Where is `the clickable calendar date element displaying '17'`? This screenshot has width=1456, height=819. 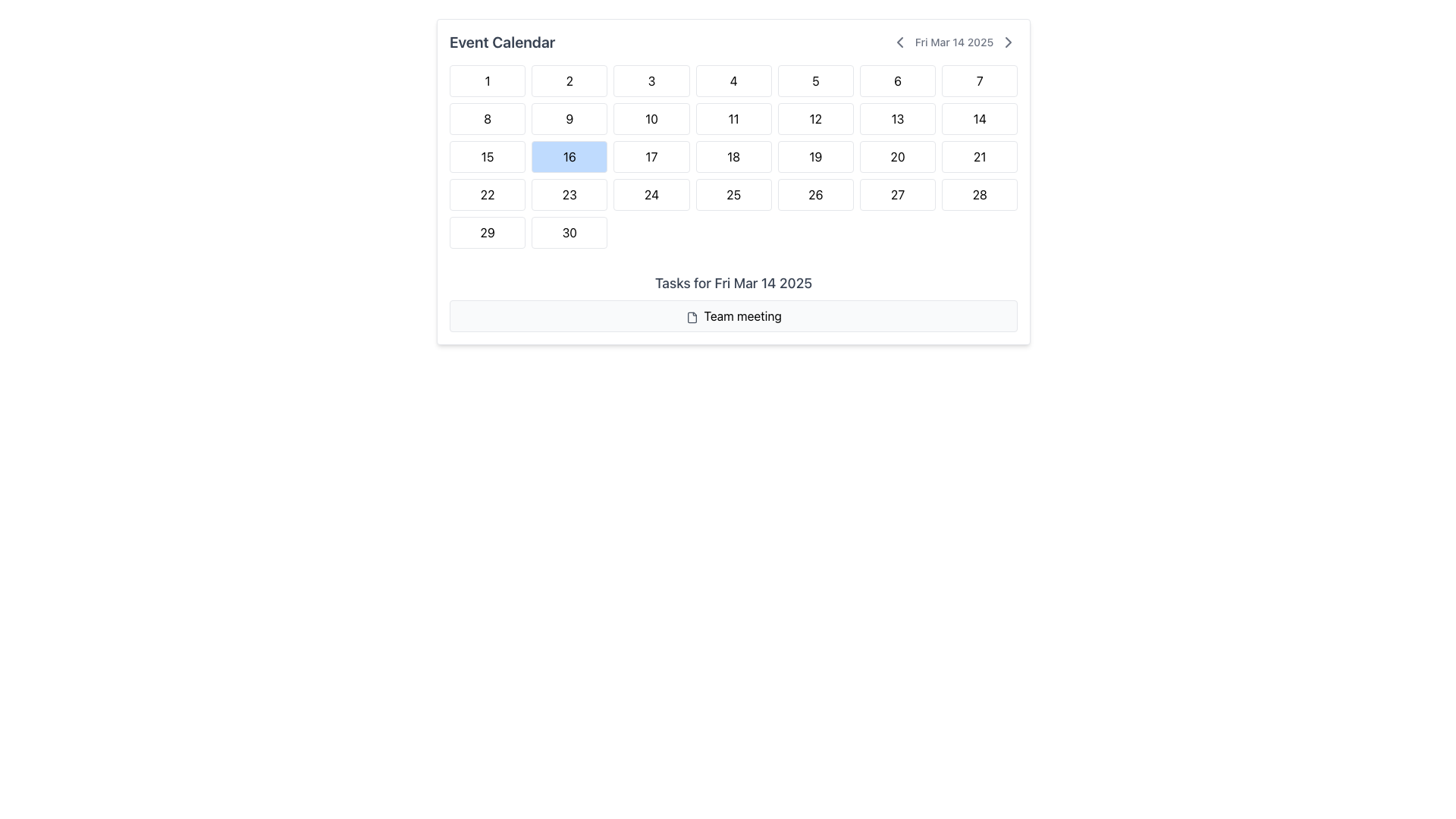
the clickable calendar date element displaying '17' is located at coordinates (651, 157).